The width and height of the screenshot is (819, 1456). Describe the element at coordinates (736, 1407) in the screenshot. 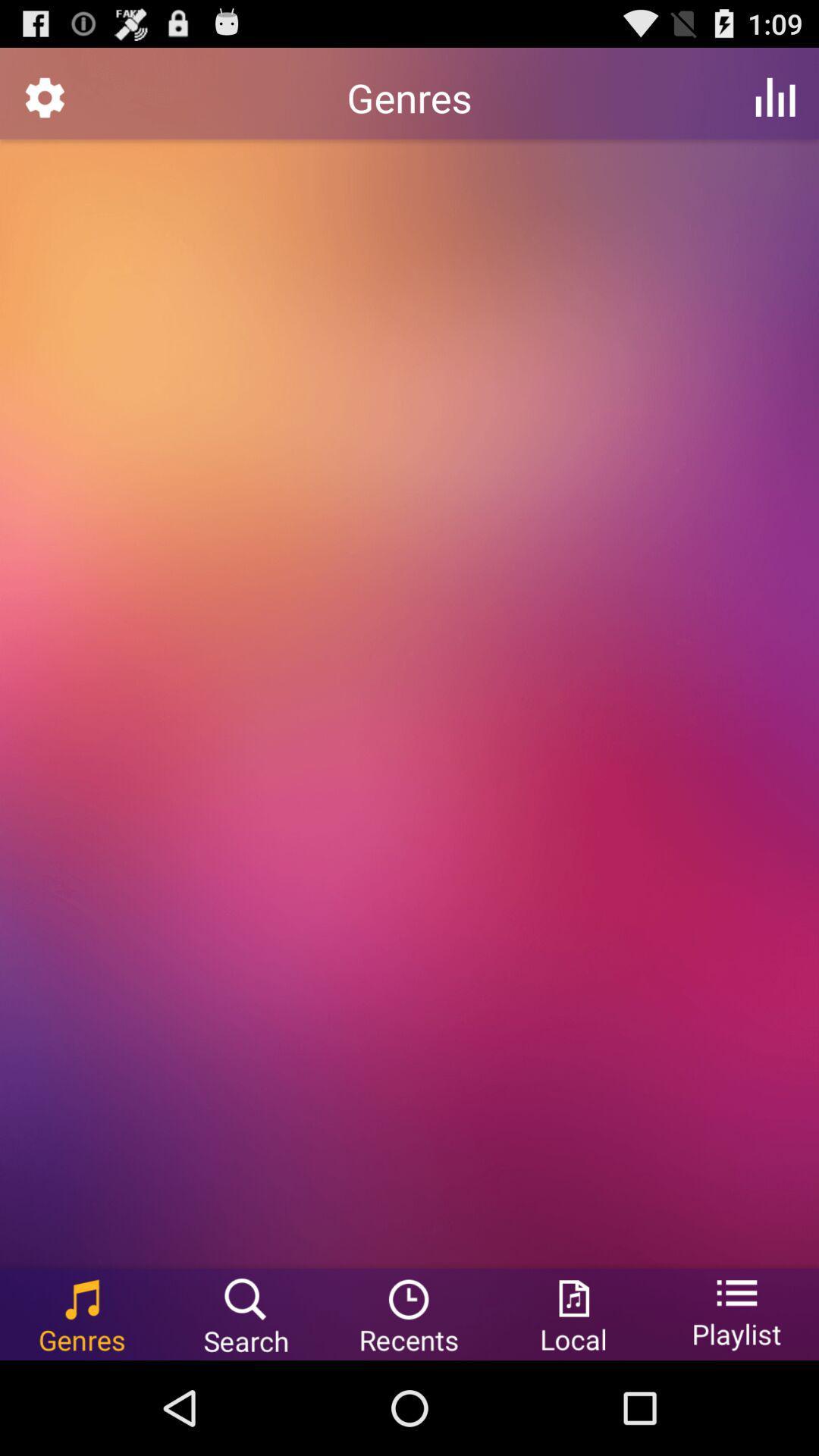

I see `the list icon` at that location.